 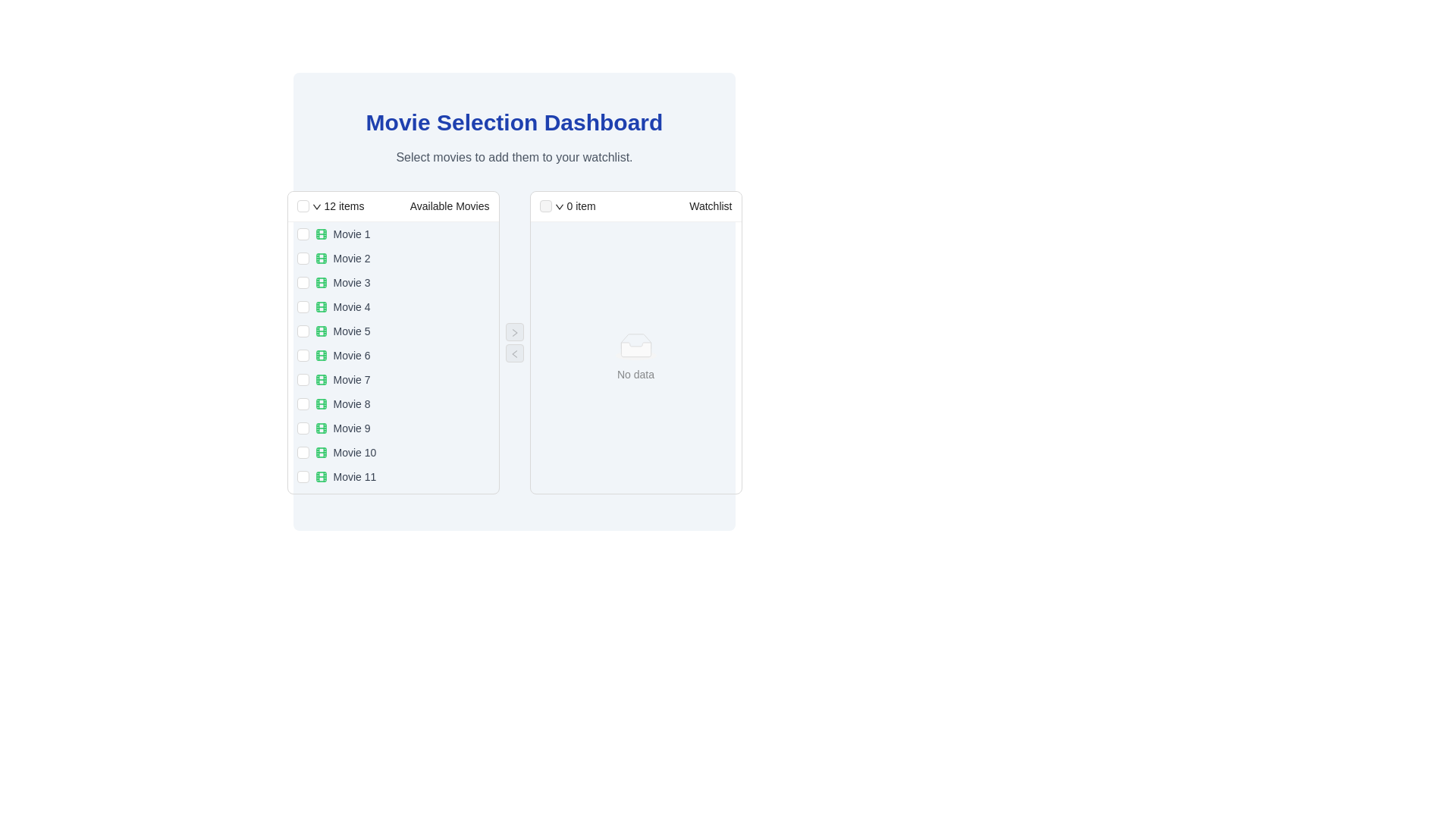 I want to click on the small green filmstrip icon located to the immediate left of the 'Movie 2' text in the 'Available Movies' list, so click(x=320, y=257).